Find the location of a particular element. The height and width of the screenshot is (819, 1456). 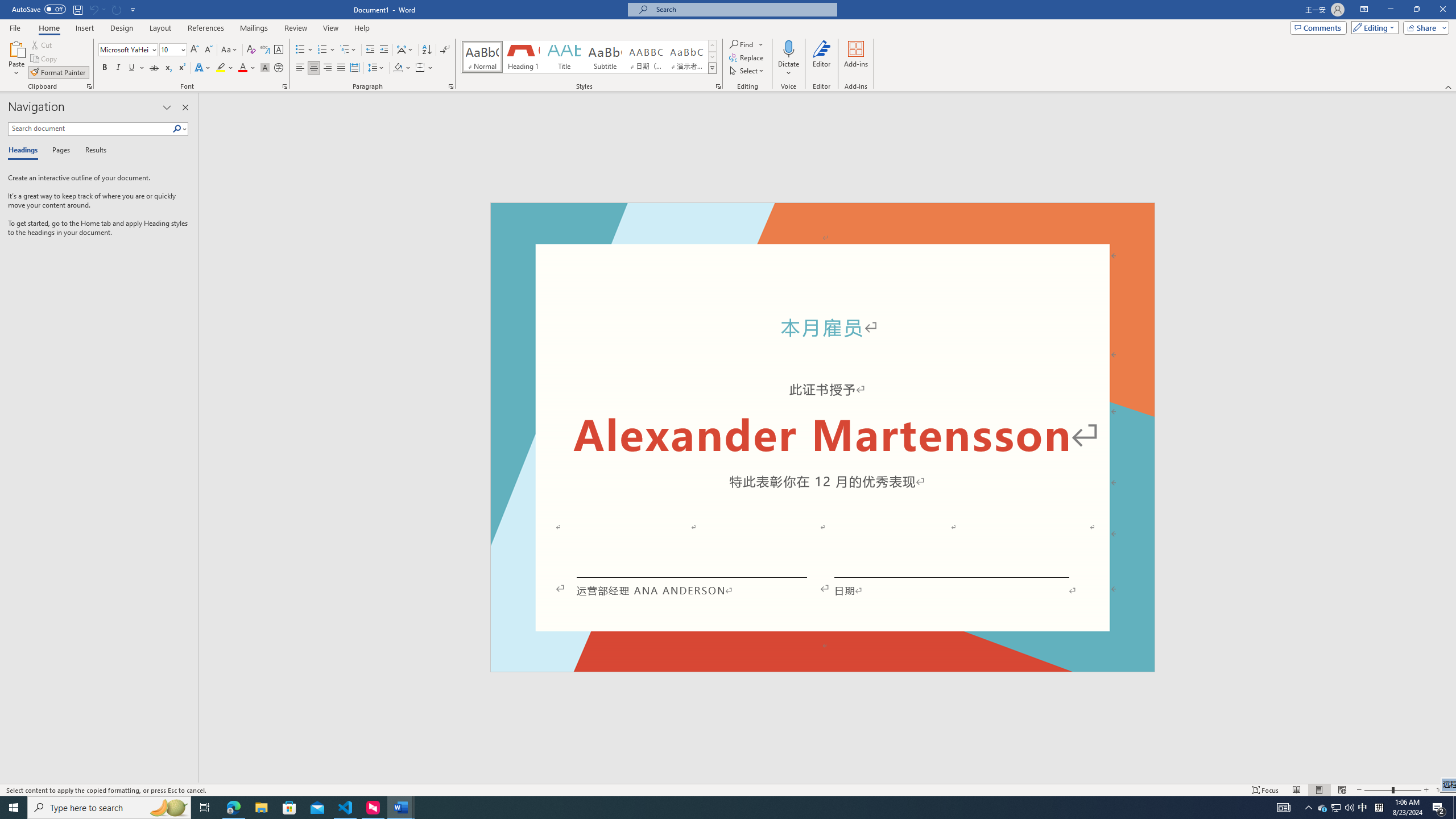

'Web Layout' is located at coordinates (1342, 790).